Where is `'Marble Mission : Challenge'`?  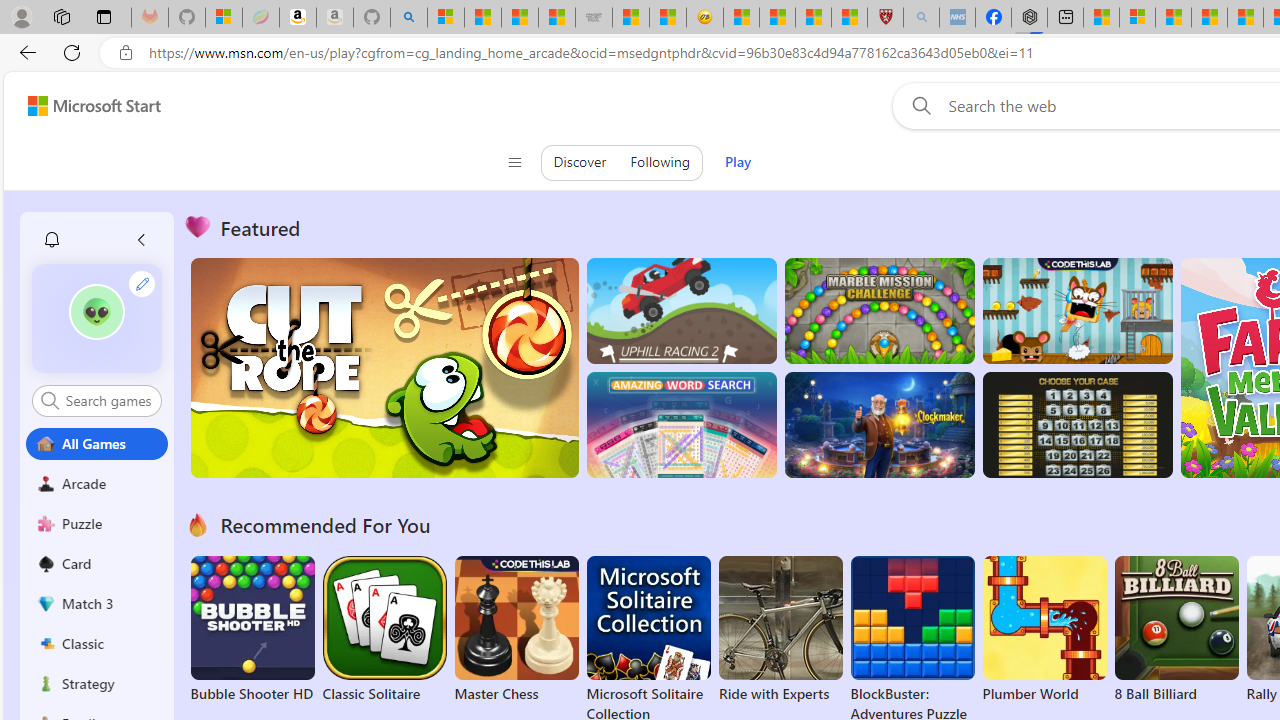
'Marble Mission : Challenge' is located at coordinates (879, 311).